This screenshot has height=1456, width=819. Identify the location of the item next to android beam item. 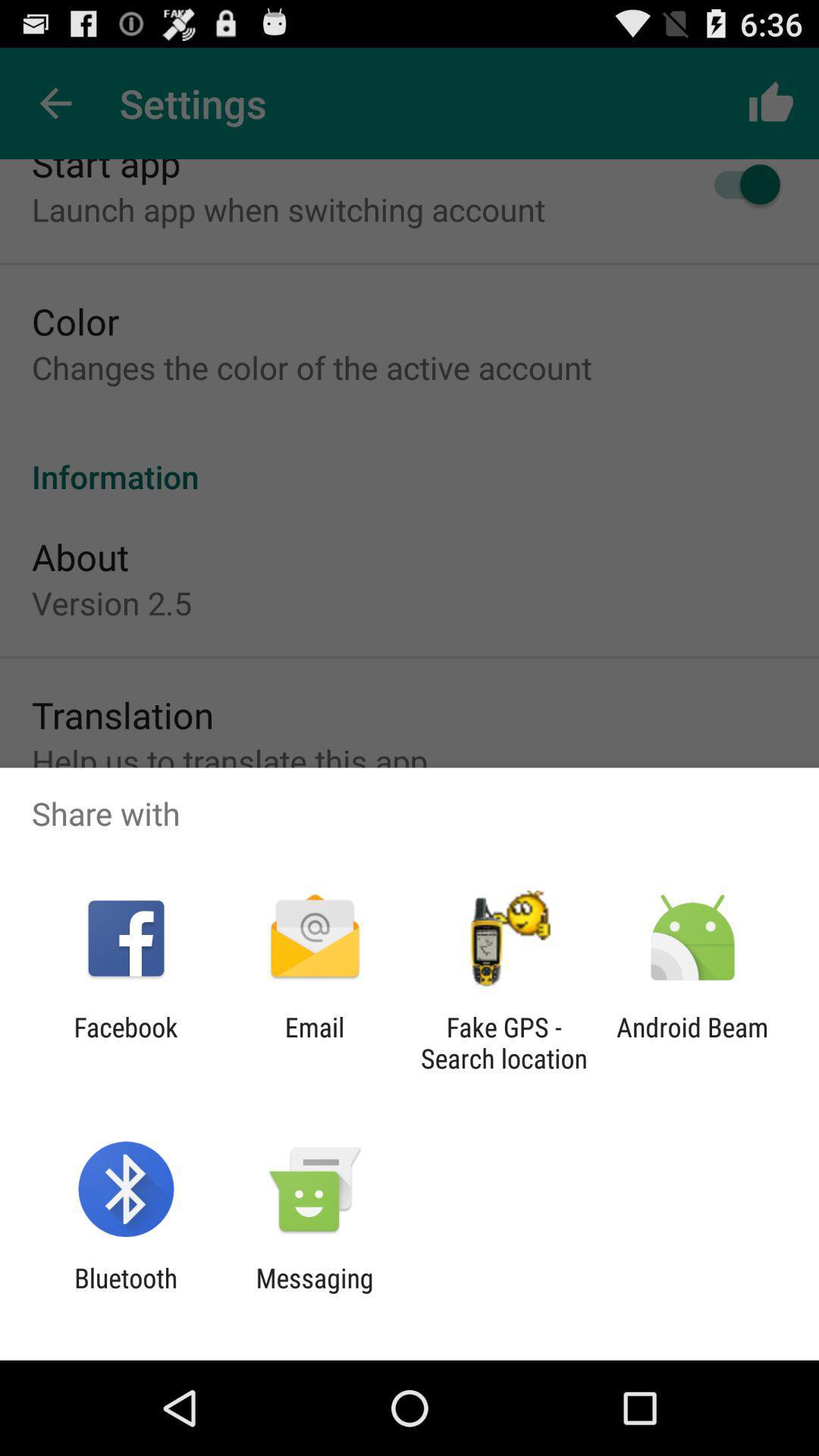
(504, 1042).